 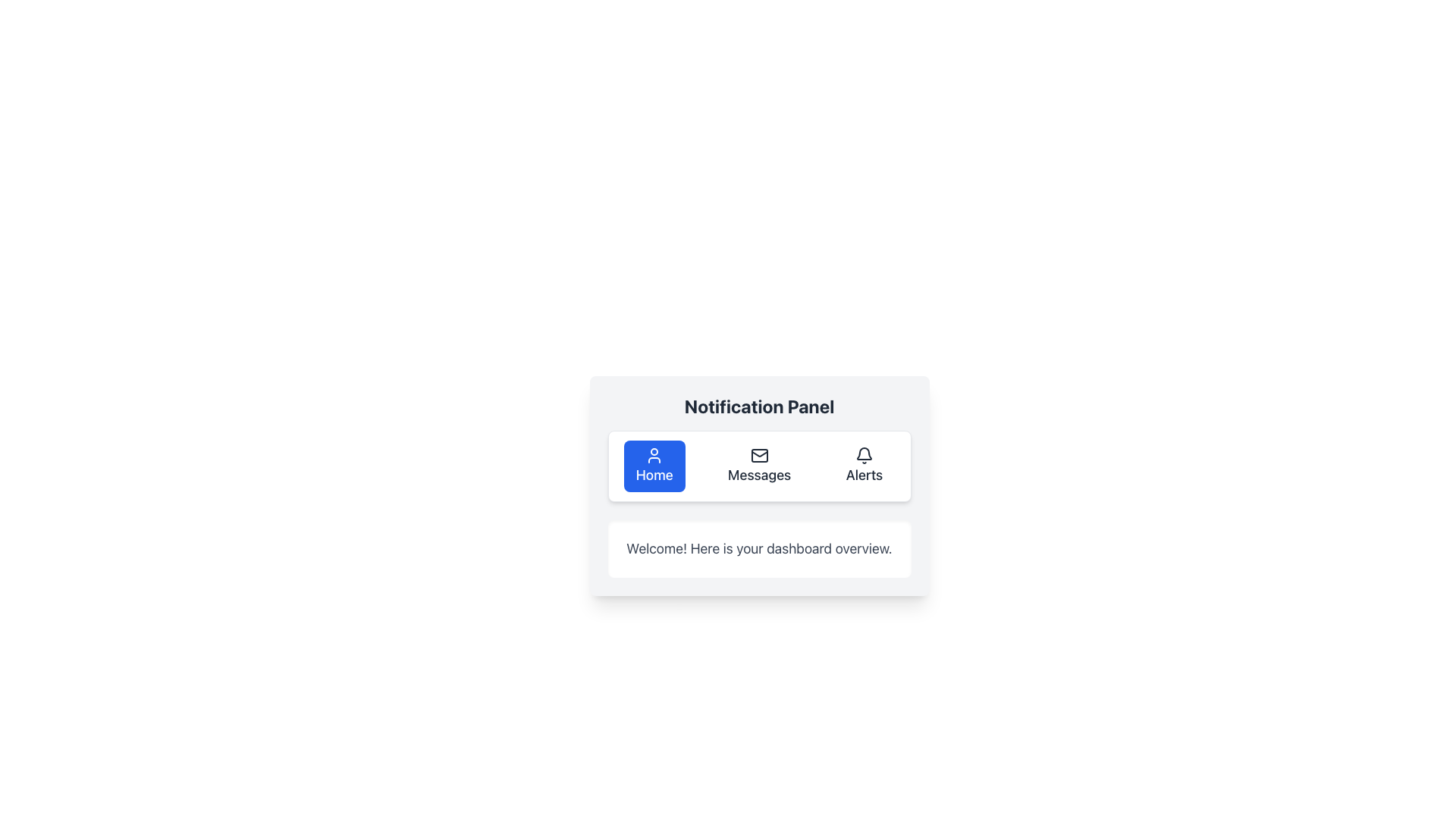 What do you see at coordinates (864, 475) in the screenshot?
I see `the text label reading 'Alerts', which is styled in a dark font color and is the third item in a horizontal navigation menu, positioned next to the 'Messages' item` at bounding box center [864, 475].